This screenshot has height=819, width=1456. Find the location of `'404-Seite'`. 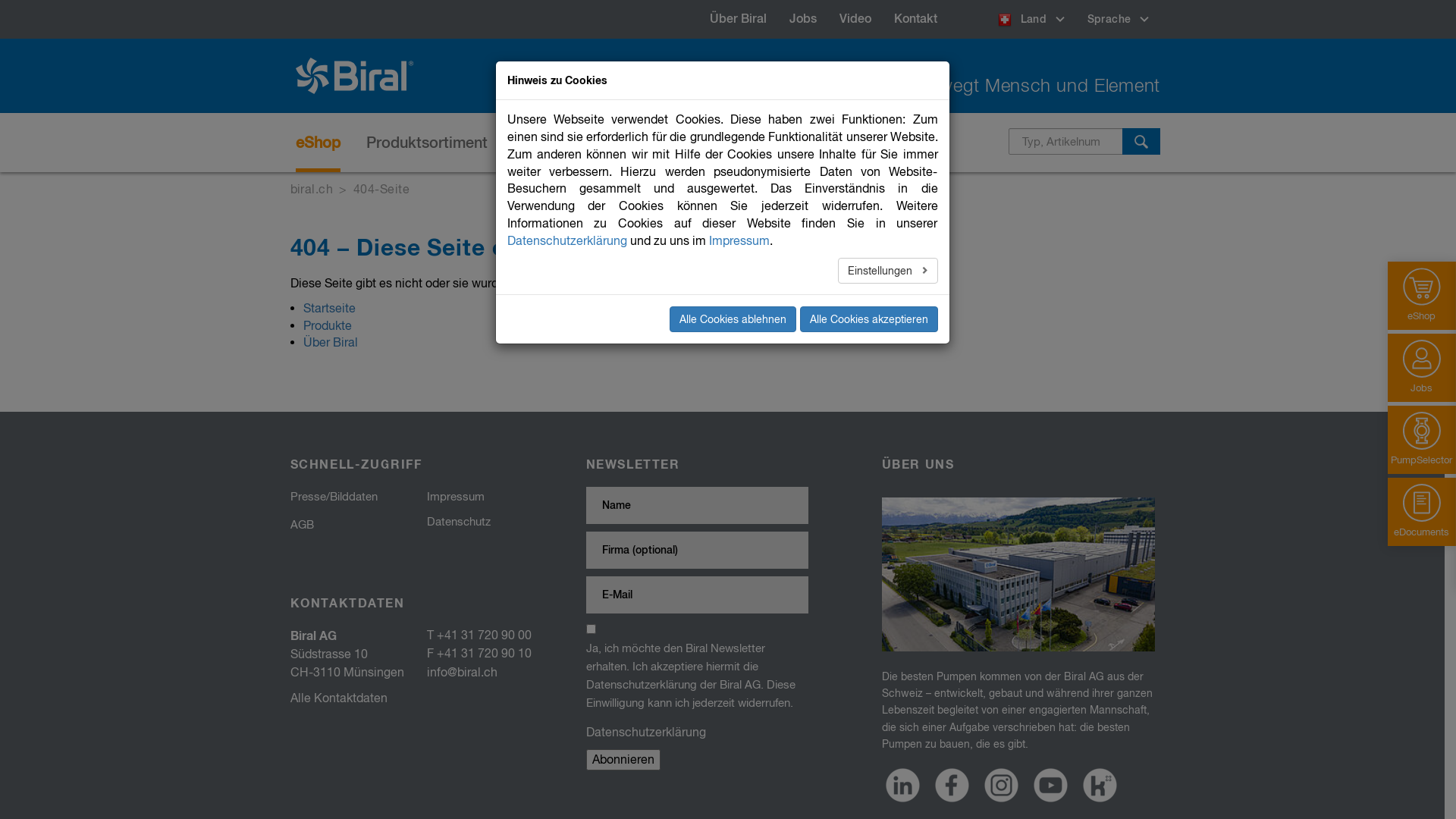

'404-Seite' is located at coordinates (381, 188).